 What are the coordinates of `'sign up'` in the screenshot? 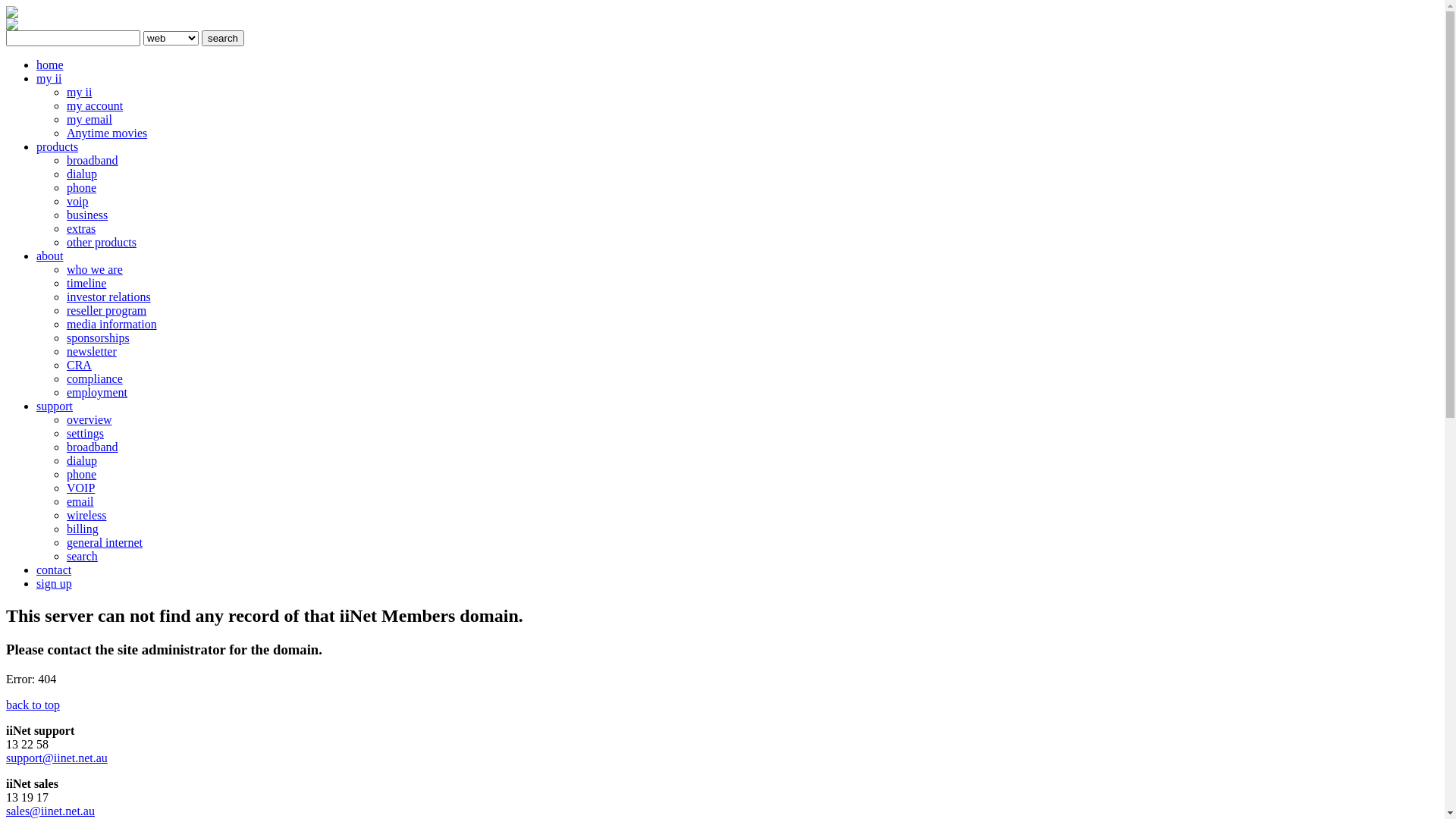 It's located at (54, 582).